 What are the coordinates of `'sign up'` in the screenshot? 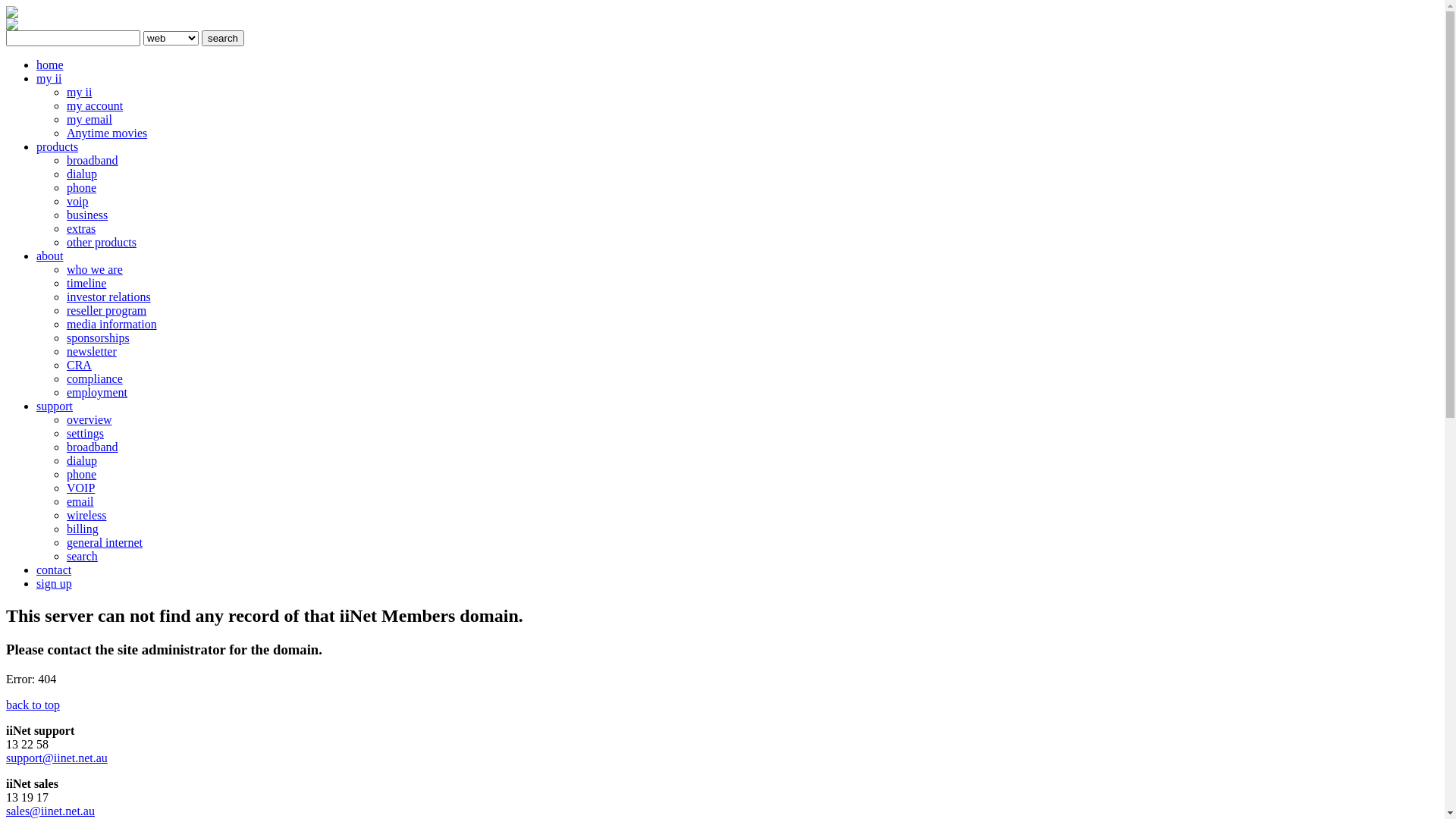 It's located at (54, 582).